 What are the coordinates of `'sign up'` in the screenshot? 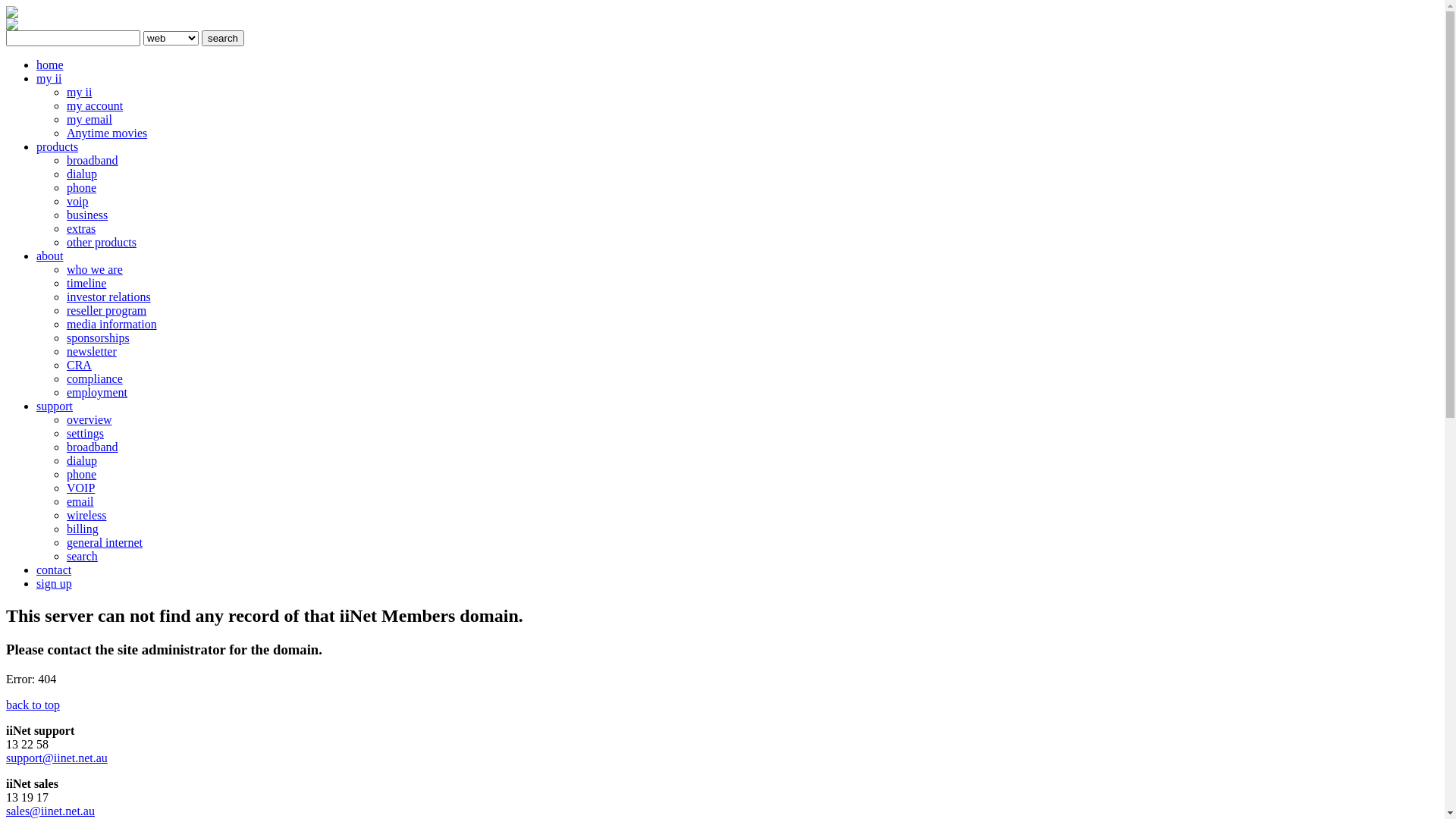 It's located at (54, 582).